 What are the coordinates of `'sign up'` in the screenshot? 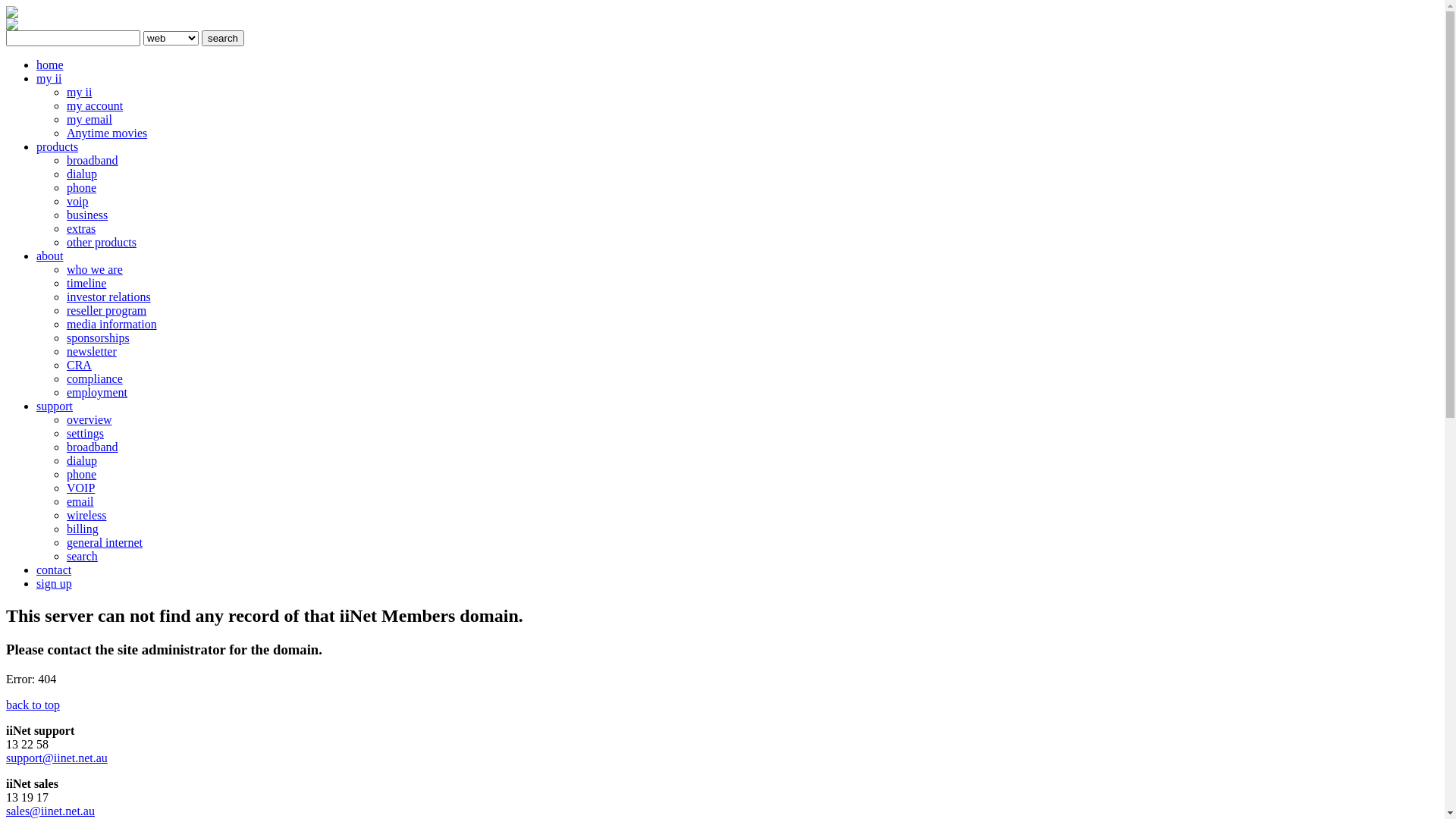 It's located at (54, 582).